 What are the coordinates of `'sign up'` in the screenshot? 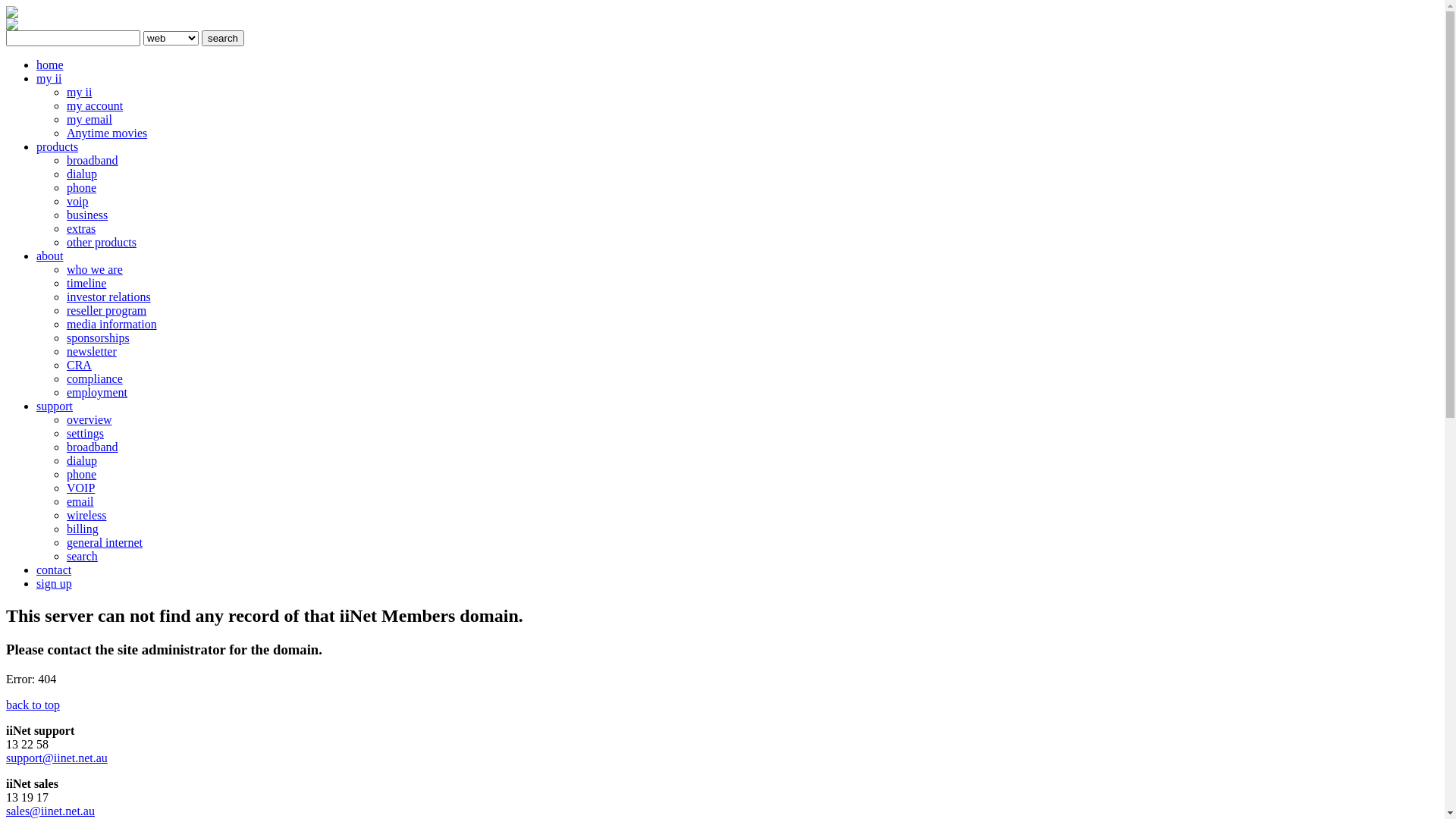 It's located at (54, 582).